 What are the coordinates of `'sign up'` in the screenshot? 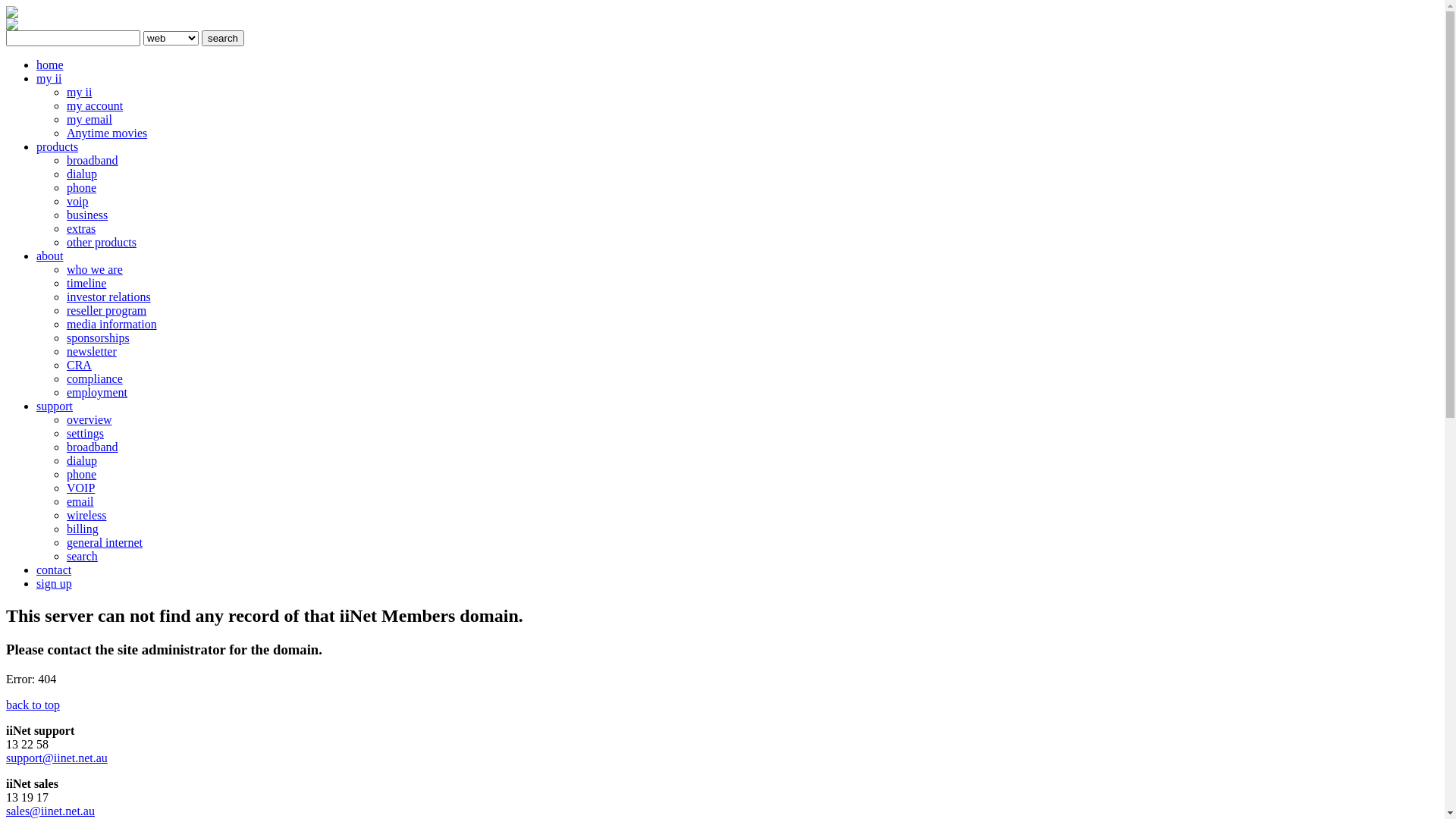 It's located at (54, 582).